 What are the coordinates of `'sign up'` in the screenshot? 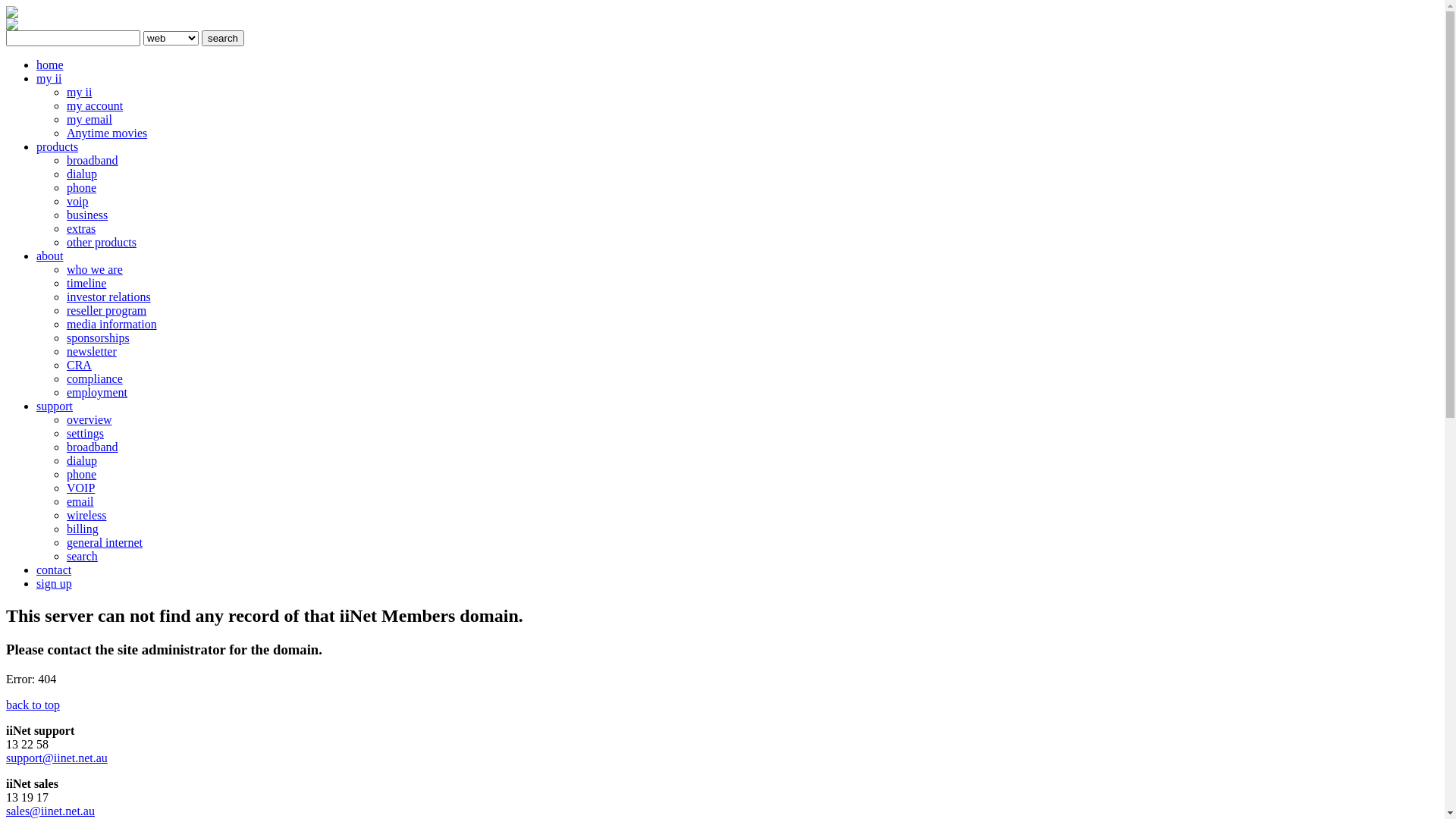 It's located at (54, 582).